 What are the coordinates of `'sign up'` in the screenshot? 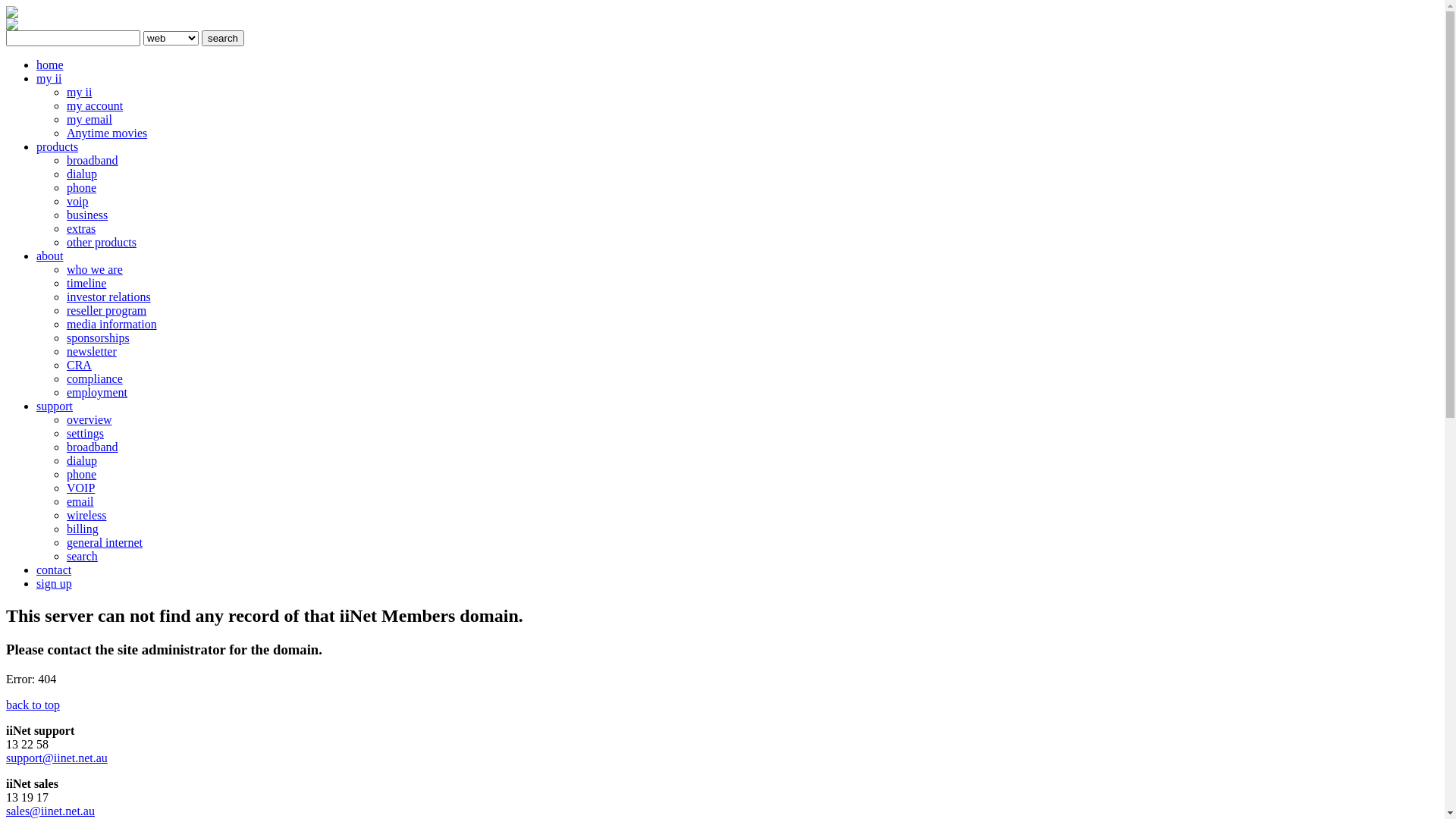 It's located at (54, 582).